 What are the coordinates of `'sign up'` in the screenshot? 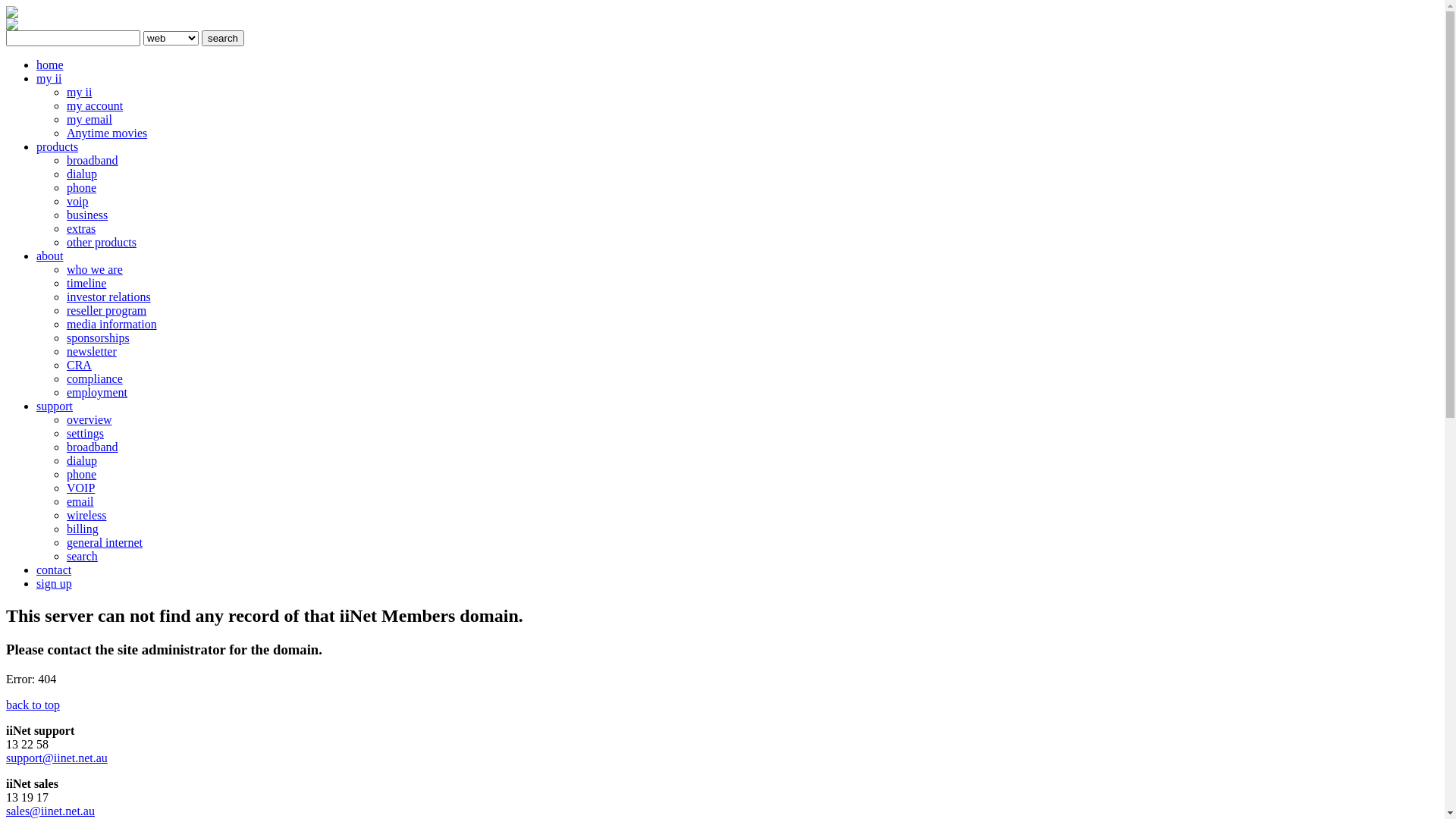 It's located at (54, 582).